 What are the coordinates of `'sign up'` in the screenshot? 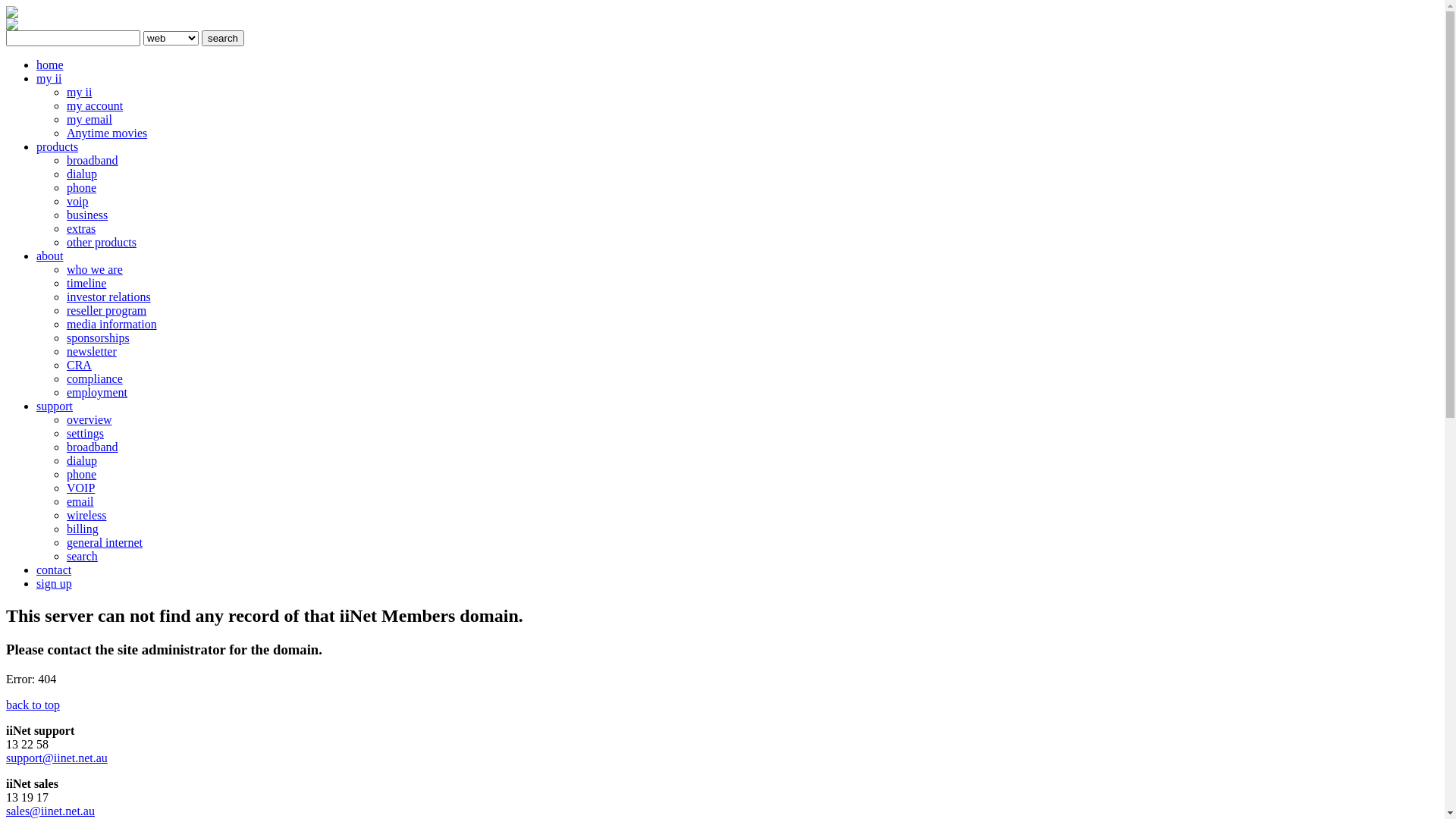 It's located at (54, 582).